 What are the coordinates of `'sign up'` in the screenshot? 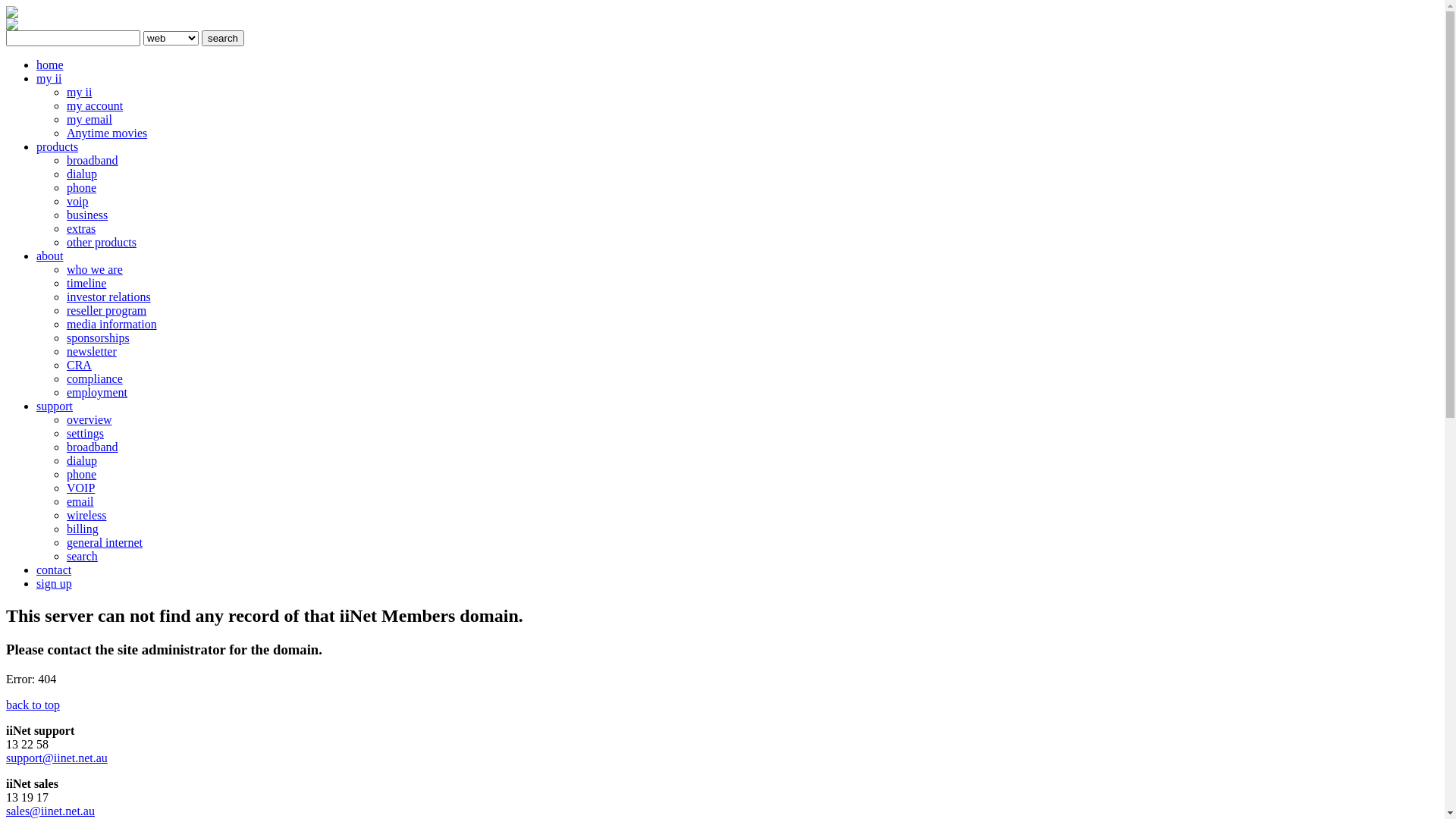 It's located at (54, 582).